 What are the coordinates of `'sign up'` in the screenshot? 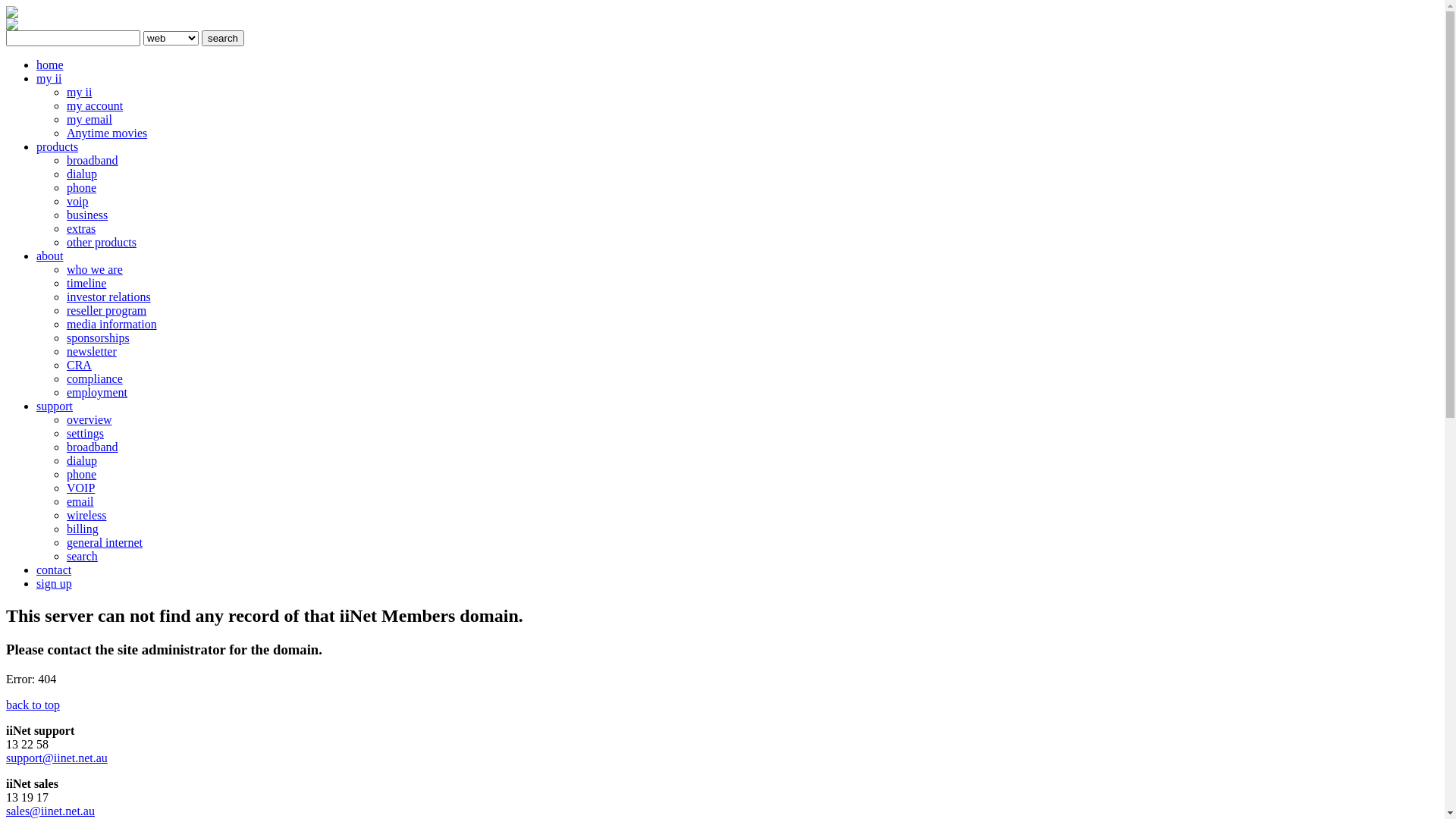 It's located at (54, 582).